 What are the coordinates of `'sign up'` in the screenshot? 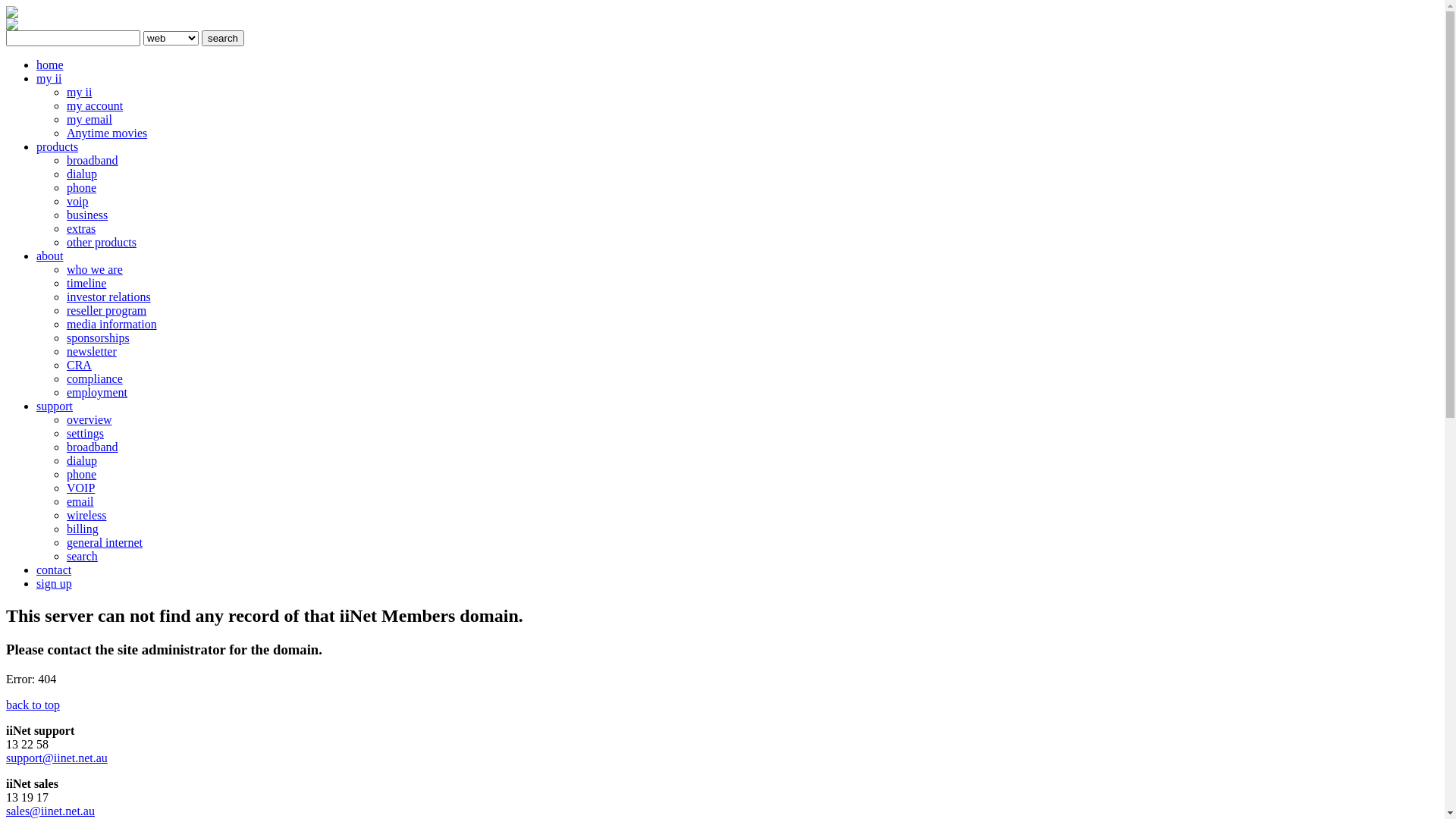 It's located at (54, 582).